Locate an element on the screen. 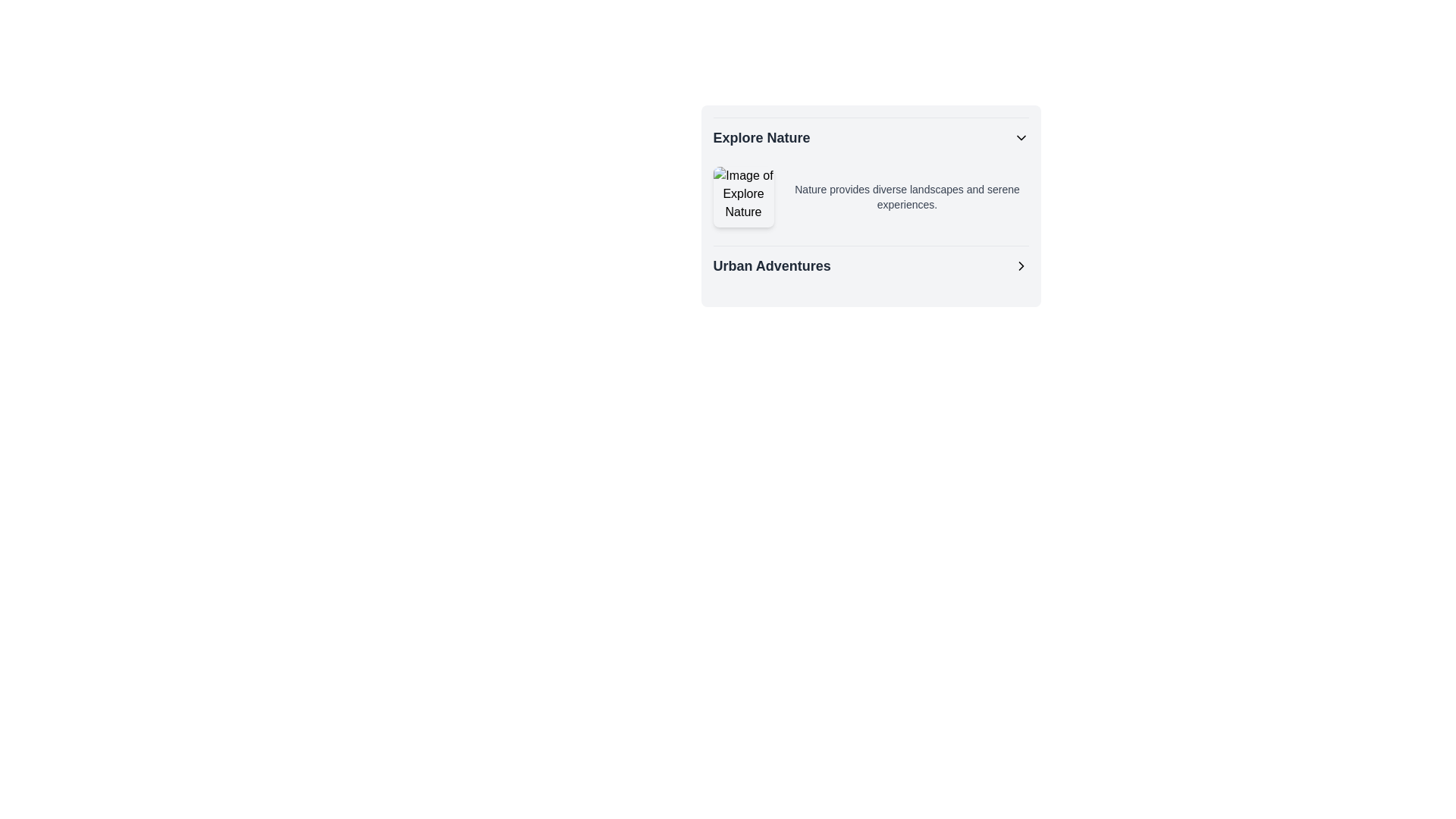 The image size is (1456, 819). the downward-pointing chevron button located at the top-right corner of the 'Explore Nature' row is located at coordinates (1021, 137).